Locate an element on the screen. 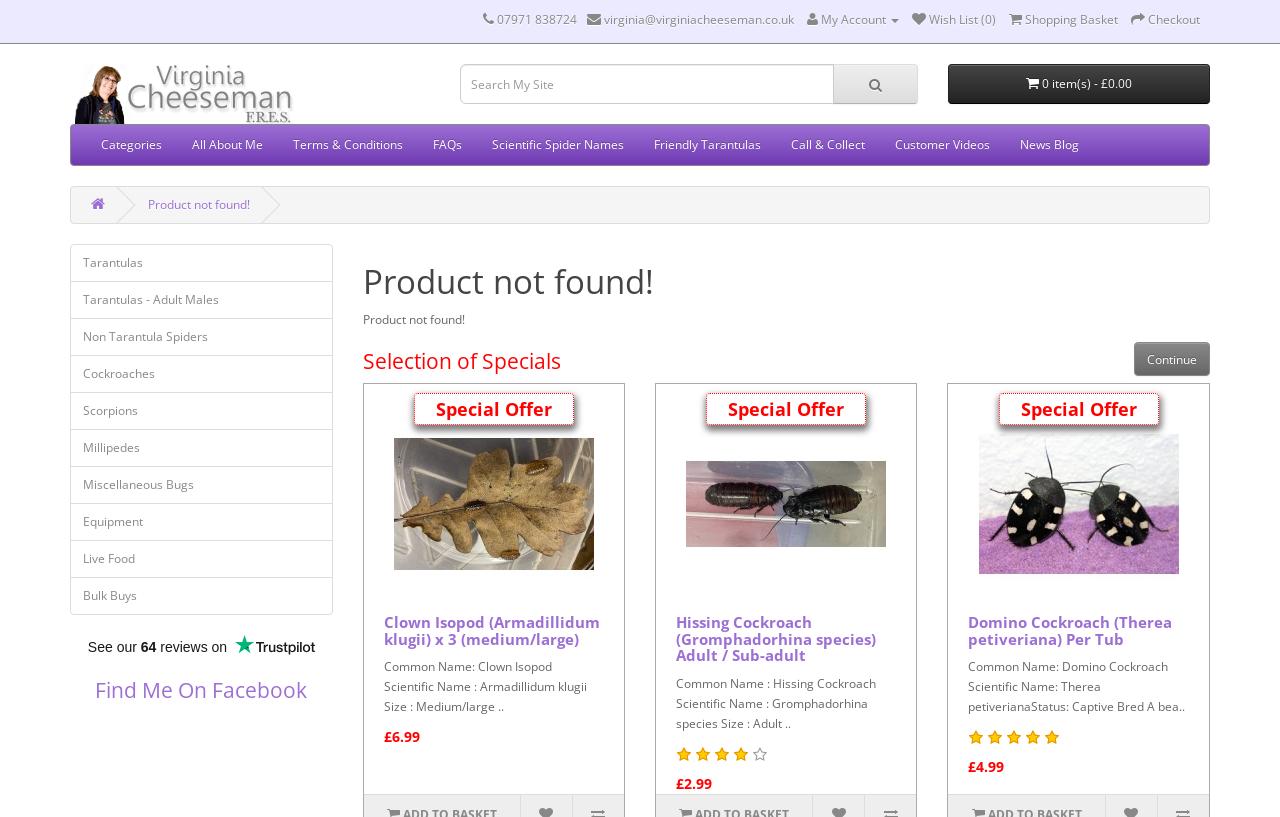 This screenshot has height=817, width=1280. 'FAQs' is located at coordinates (432, 144).